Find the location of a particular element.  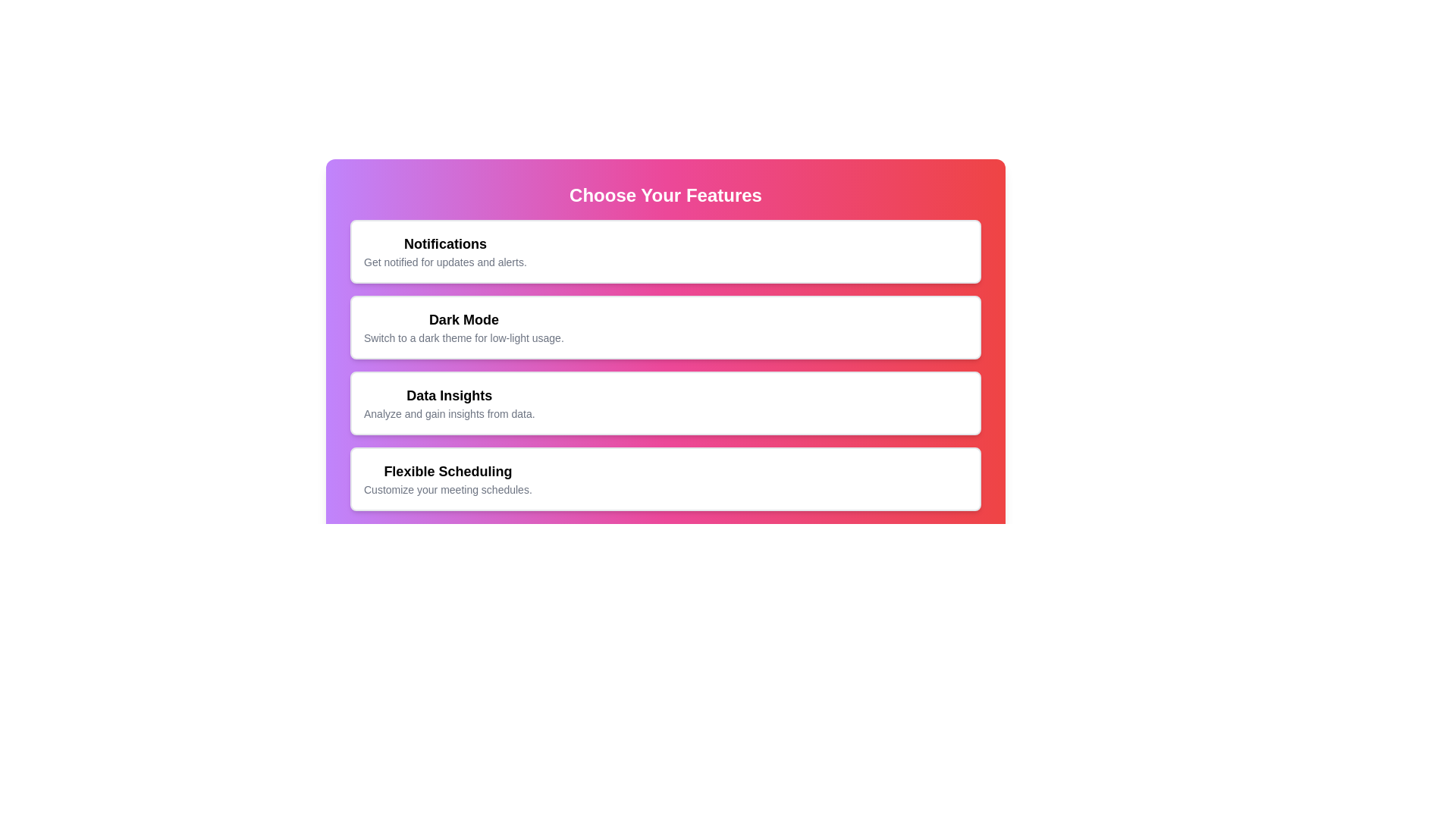

the static text label 'Data Insights' which is styled with a bold, large black font and is located within a card-like layout, positioned as the header of the third card in a vertical list of selectable features is located at coordinates (448, 394).